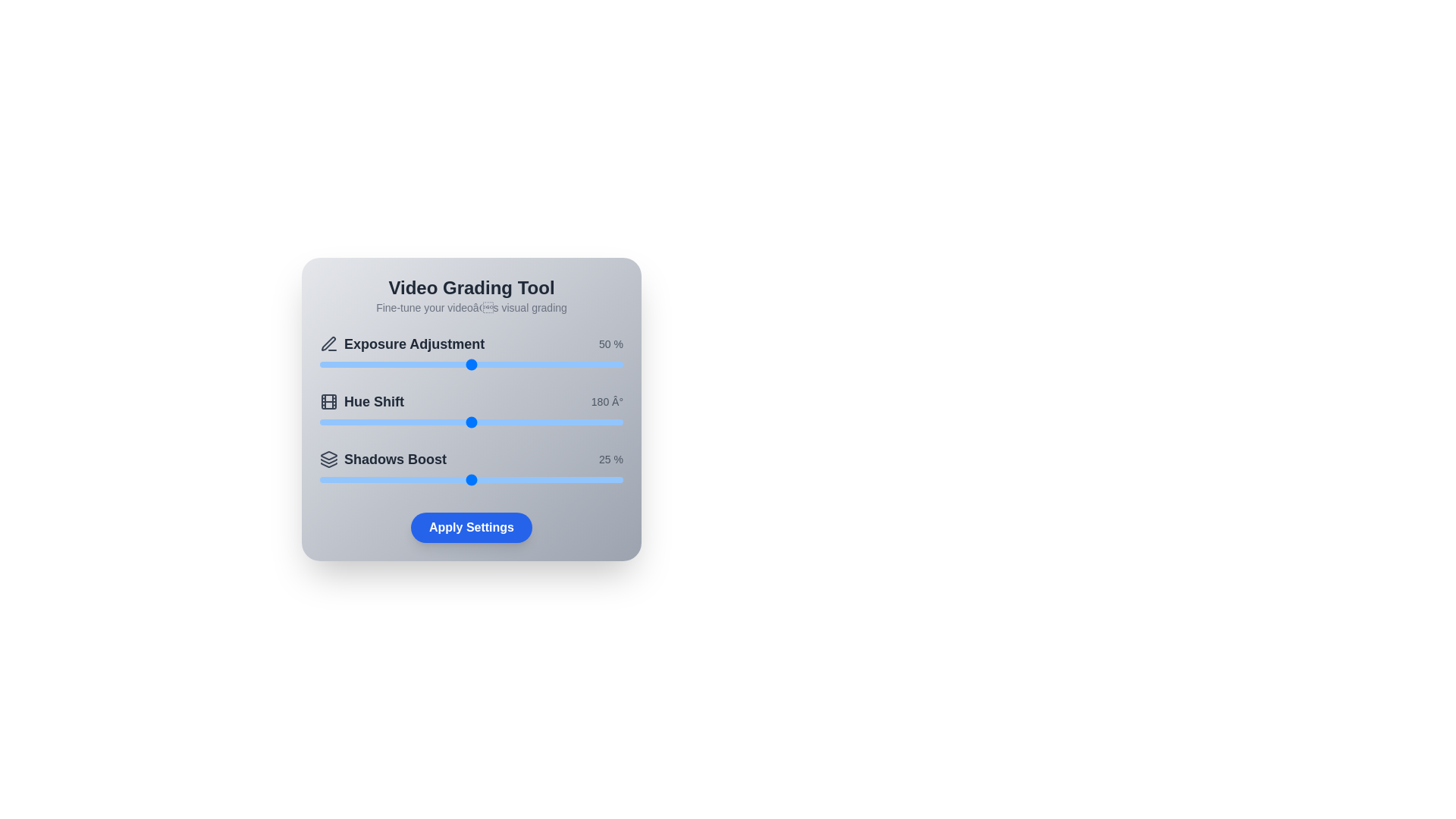  I want to click on the hue shift, so click(453, 422).